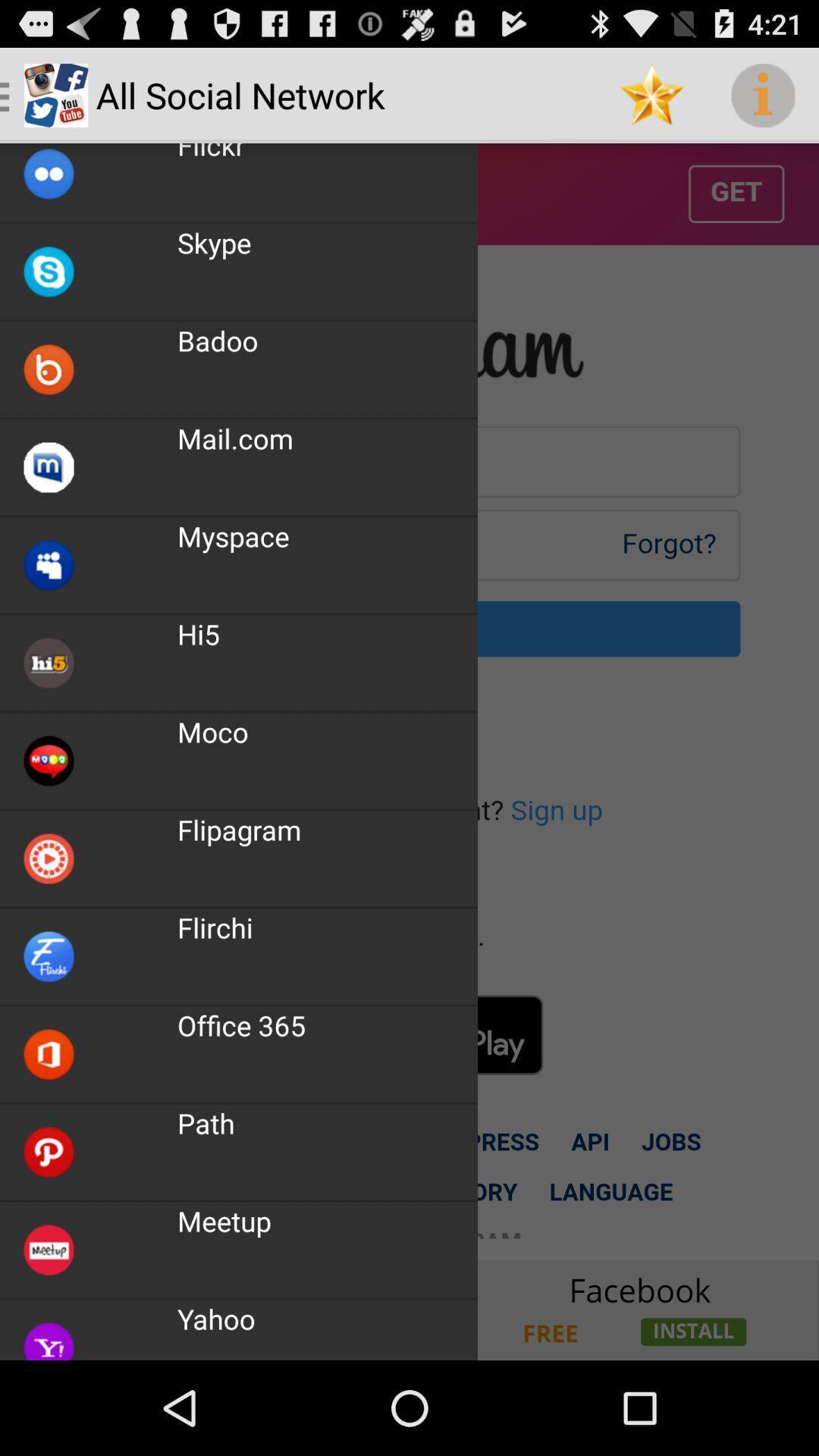  What do you see at coordinates (214, 243) in the screenshot?
I see `skype icon` at bounding box center [214, 243].